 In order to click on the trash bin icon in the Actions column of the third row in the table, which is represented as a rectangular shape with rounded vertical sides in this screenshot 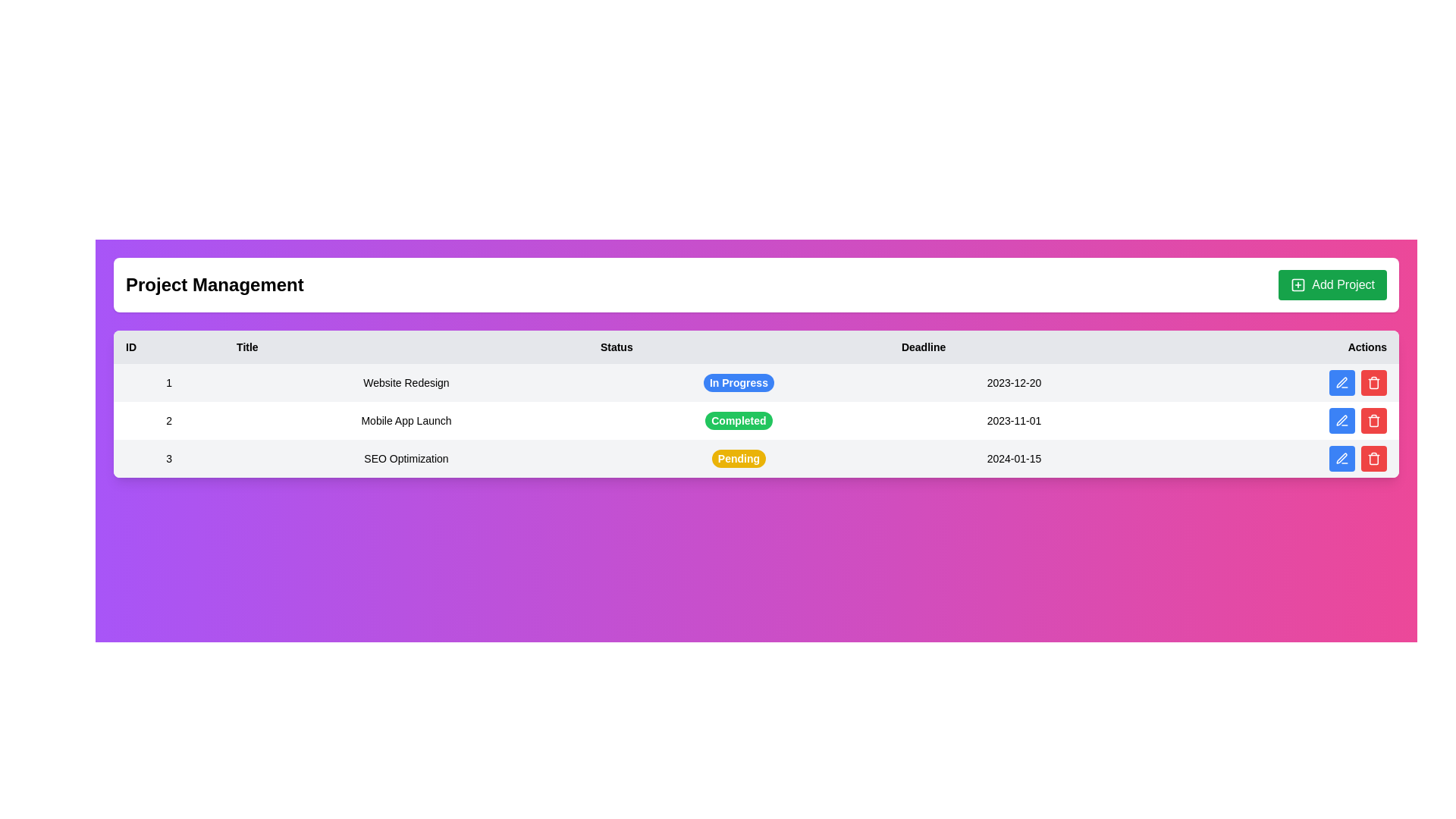, I will do `click(1373, 422)`.